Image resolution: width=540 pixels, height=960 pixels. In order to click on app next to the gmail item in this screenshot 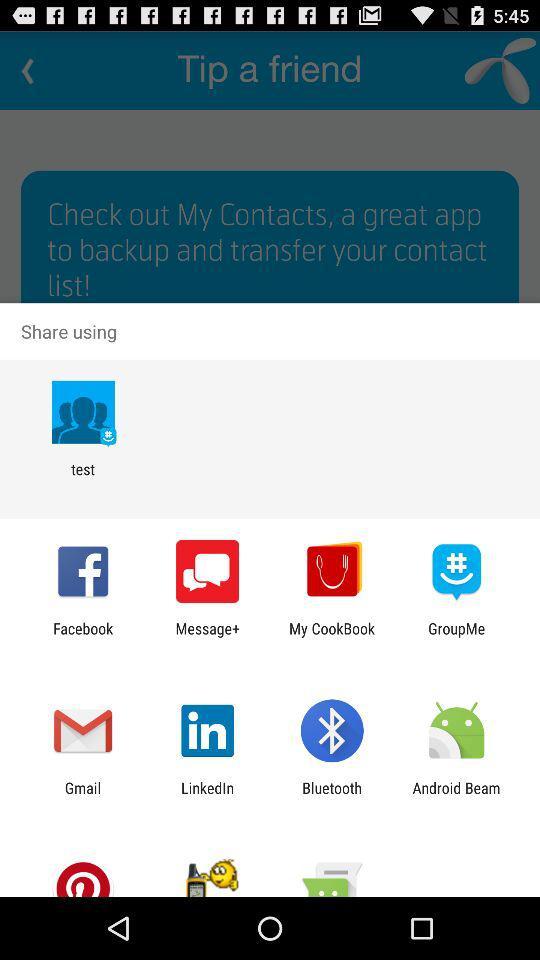, I will do `click(206, 796)`.